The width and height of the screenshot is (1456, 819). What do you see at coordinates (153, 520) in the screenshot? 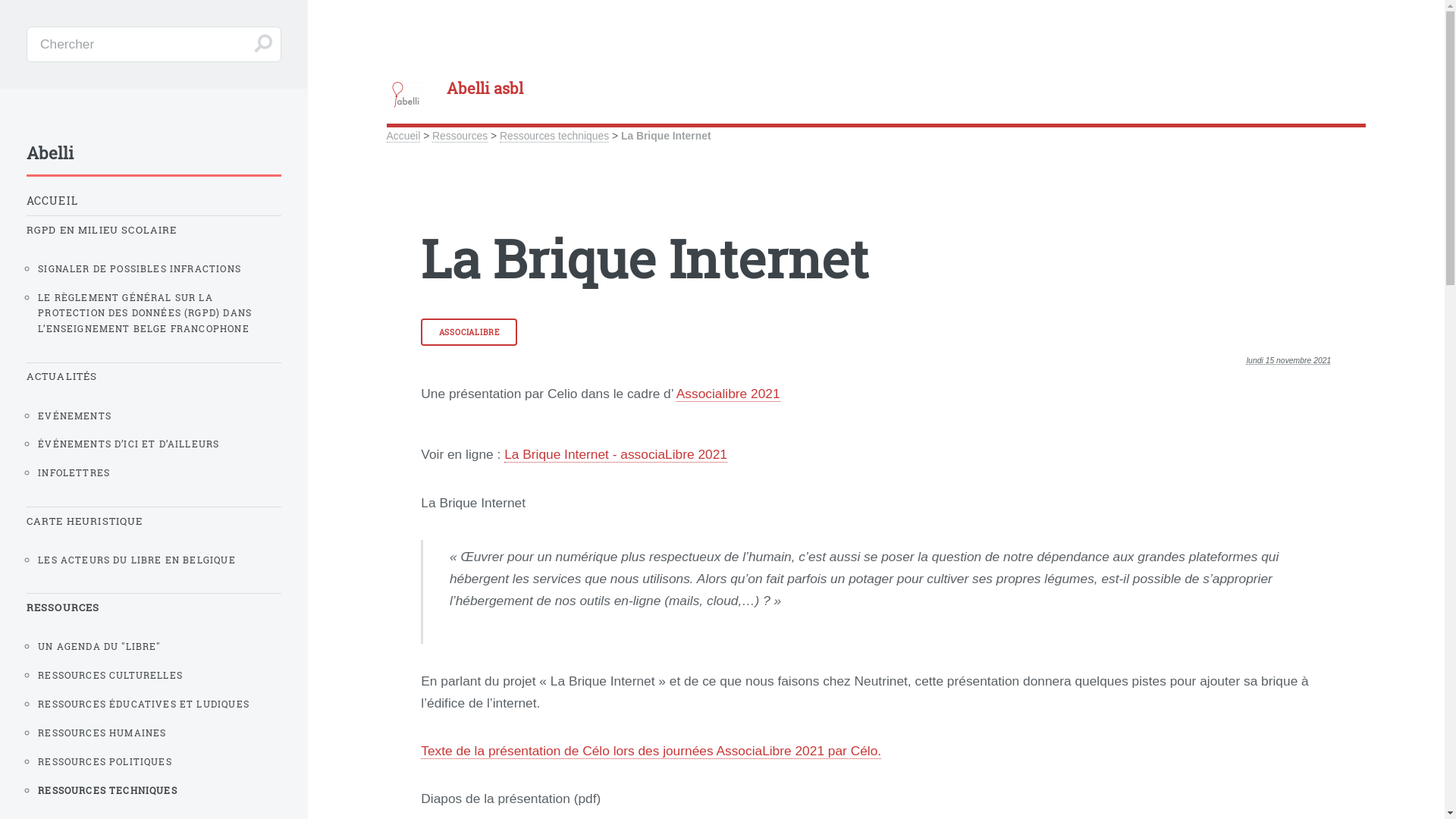
I see `'CARTE HEURISTIQUE'` at bounding box center [153, 520].